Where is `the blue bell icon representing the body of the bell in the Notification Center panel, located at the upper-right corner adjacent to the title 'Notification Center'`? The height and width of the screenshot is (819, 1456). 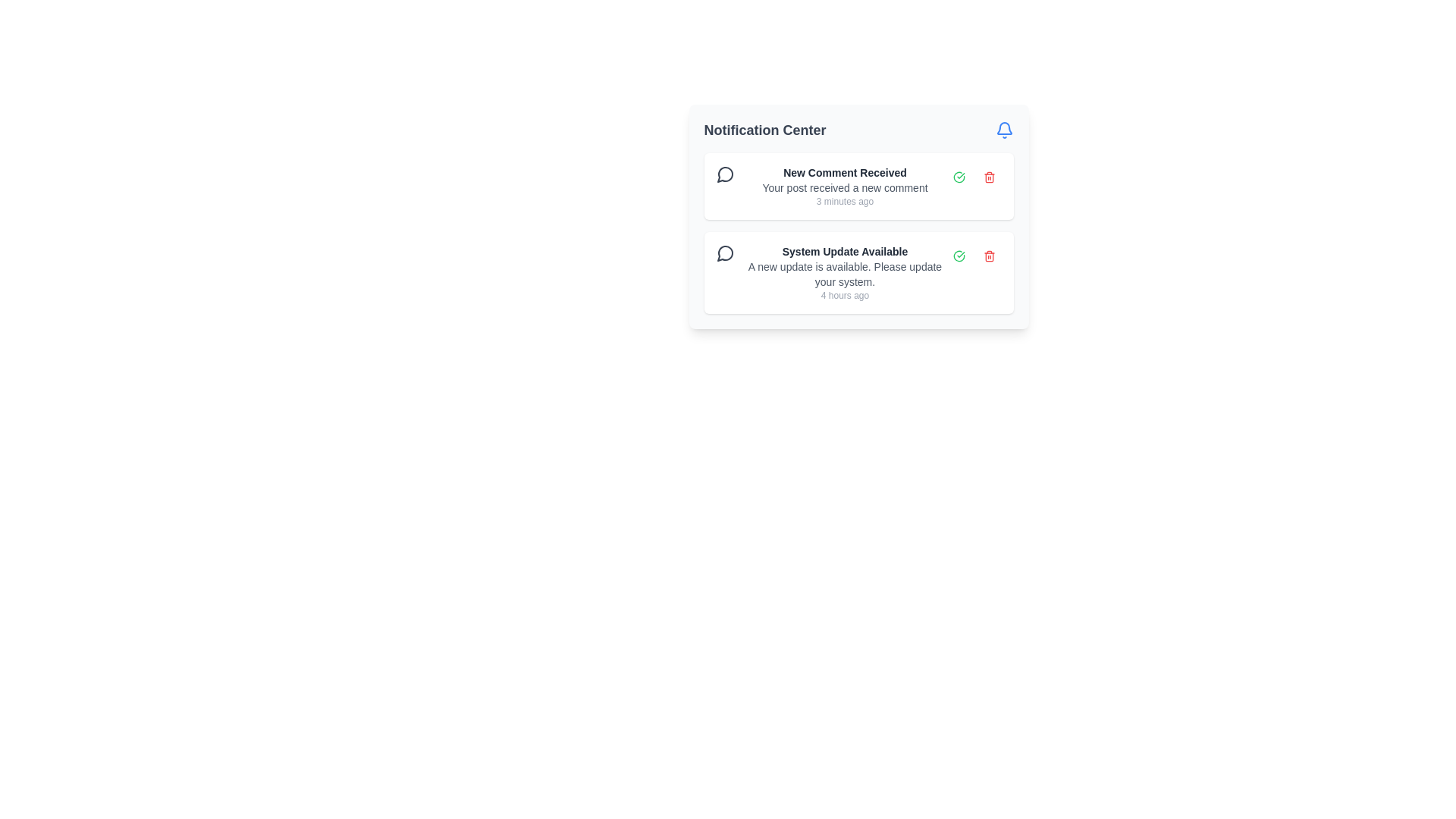 the blue bell icon representing the body of the bell in the Notification Center panel, located at the upper-right corner adjacent to the title 'Notification Center' is located at coordinates (1004, 127).